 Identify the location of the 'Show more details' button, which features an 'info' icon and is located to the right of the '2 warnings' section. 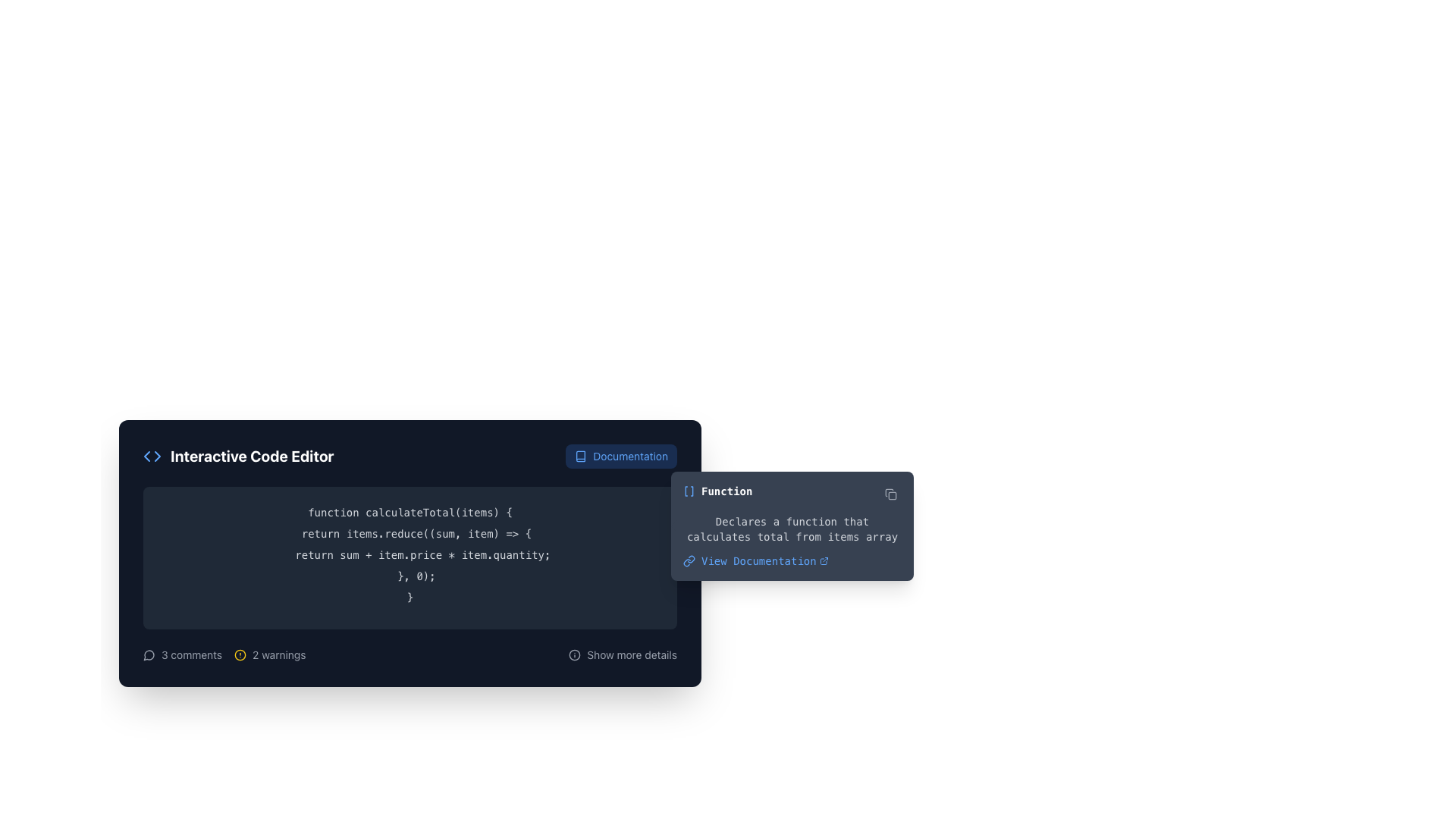
(623, 654).